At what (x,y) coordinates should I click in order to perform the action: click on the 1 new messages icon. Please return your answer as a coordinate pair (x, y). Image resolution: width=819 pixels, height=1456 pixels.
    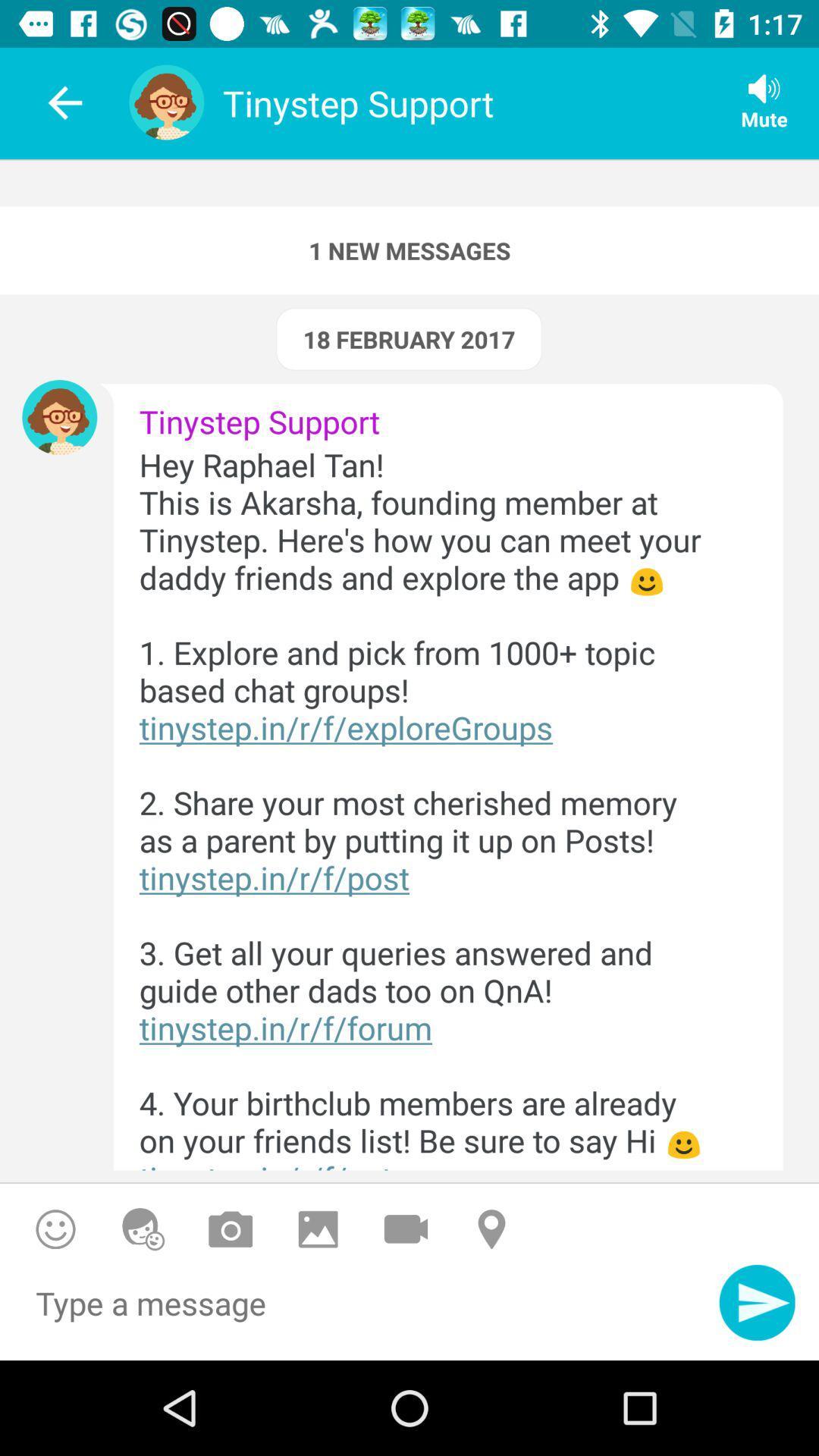
    Looking at the image, I should click on (409, 250).